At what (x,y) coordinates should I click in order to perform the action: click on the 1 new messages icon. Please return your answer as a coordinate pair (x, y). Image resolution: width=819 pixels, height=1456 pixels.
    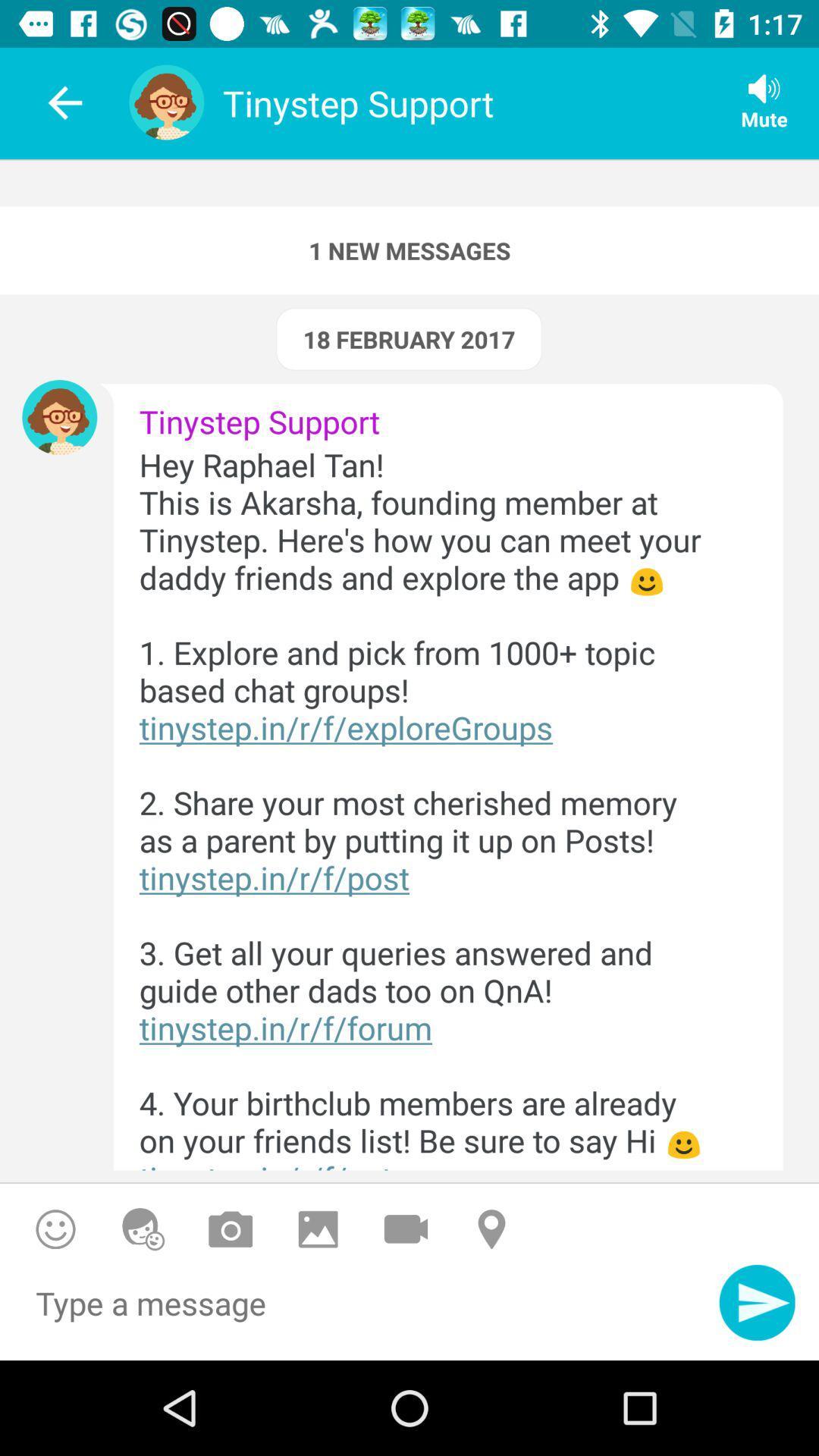
    Looking at the image, I should click on (409, 250).